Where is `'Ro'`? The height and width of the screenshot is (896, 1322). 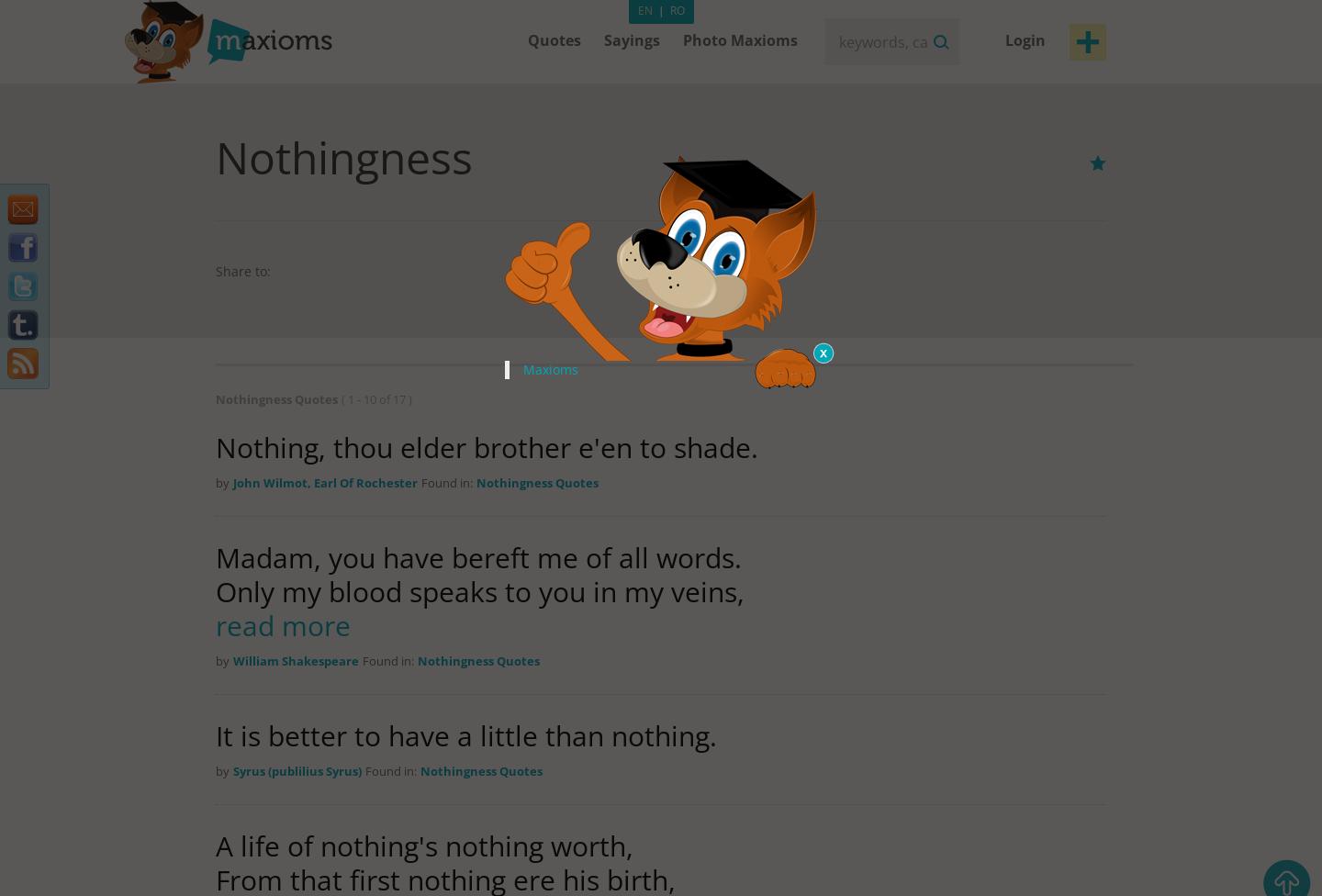 'Ro' is located at coordinates (676, 10).